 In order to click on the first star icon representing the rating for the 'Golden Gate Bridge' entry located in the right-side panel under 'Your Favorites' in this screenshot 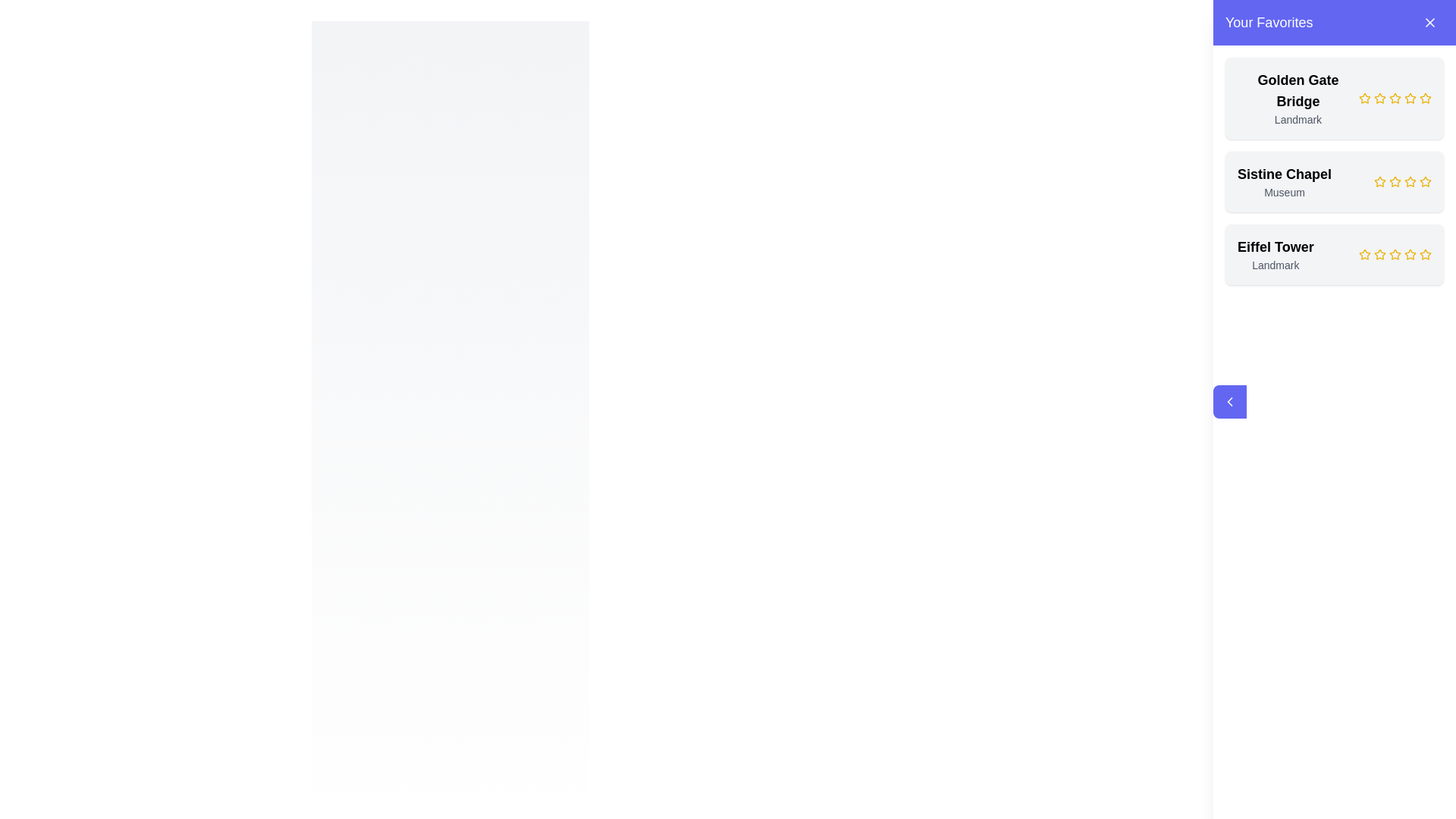, I will do `click(1365, 99)`.